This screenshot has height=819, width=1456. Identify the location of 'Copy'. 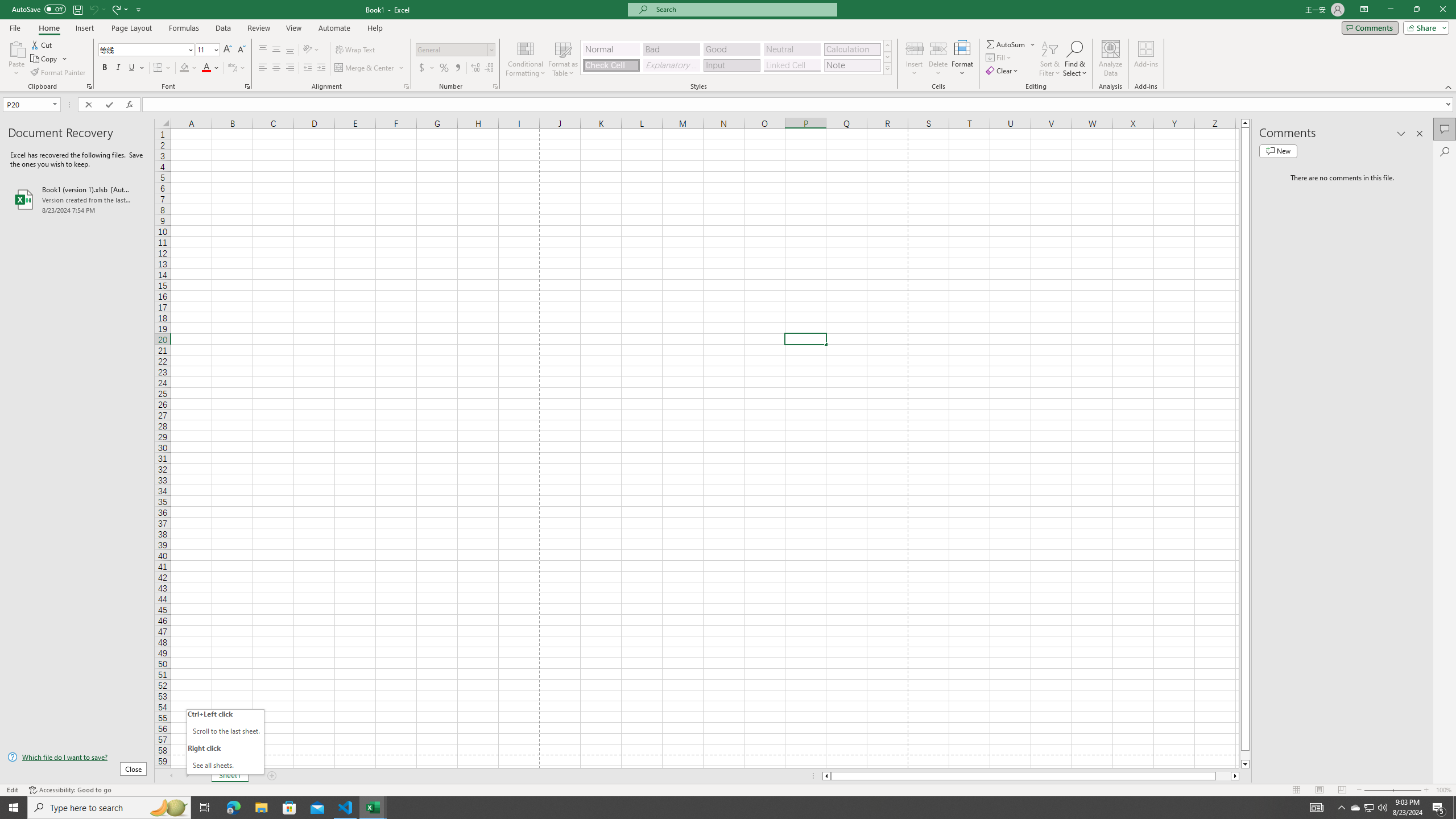
(49, 59).